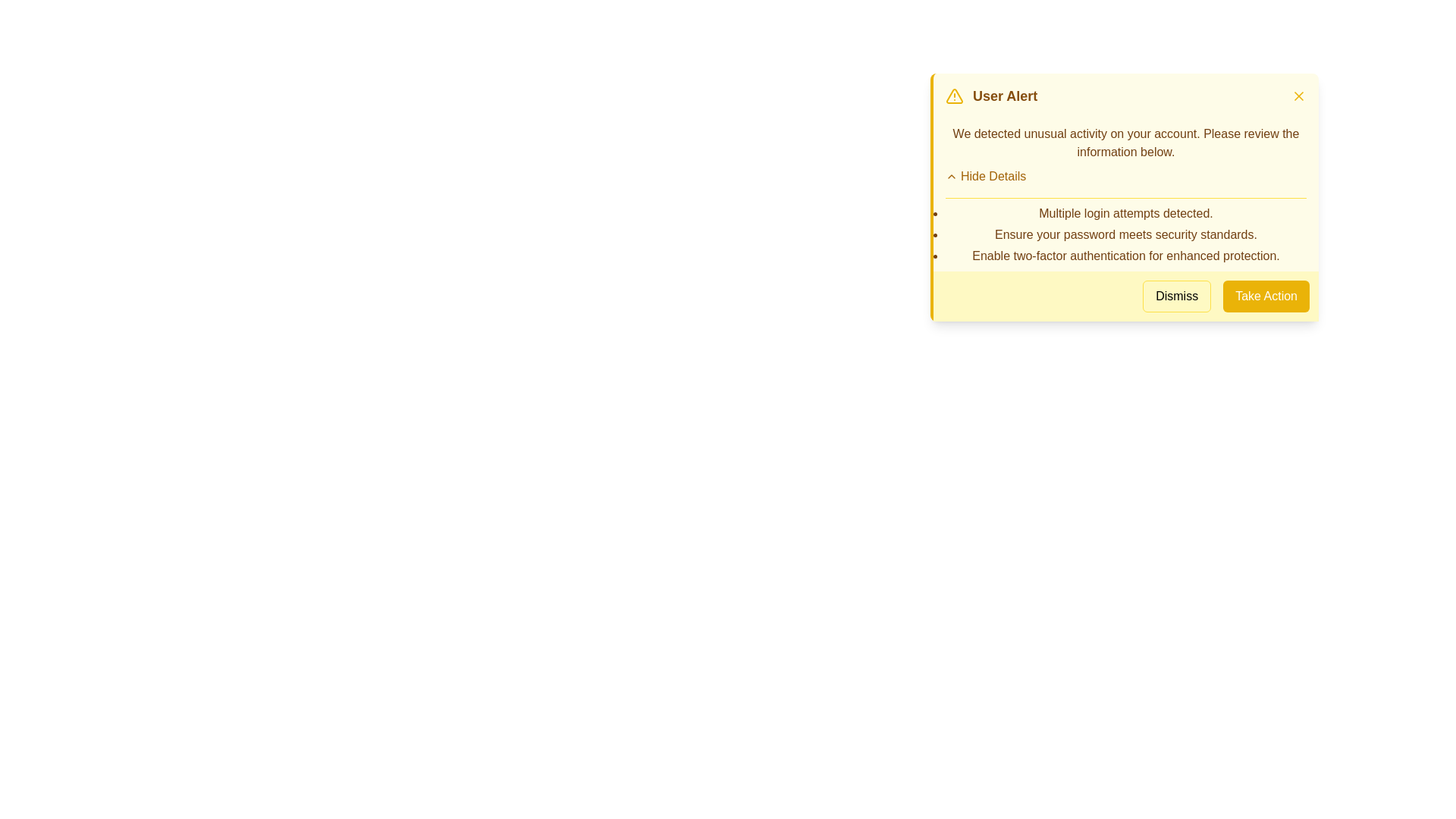  What do you see at coordinates (993, 175) in the screenshot?
I see `the 'Hide Details' text label, which is styled in a brownish font and located in the top section of the alert dialog box, near a downward-pointing chevron icon` at bounding box center [993, 175].